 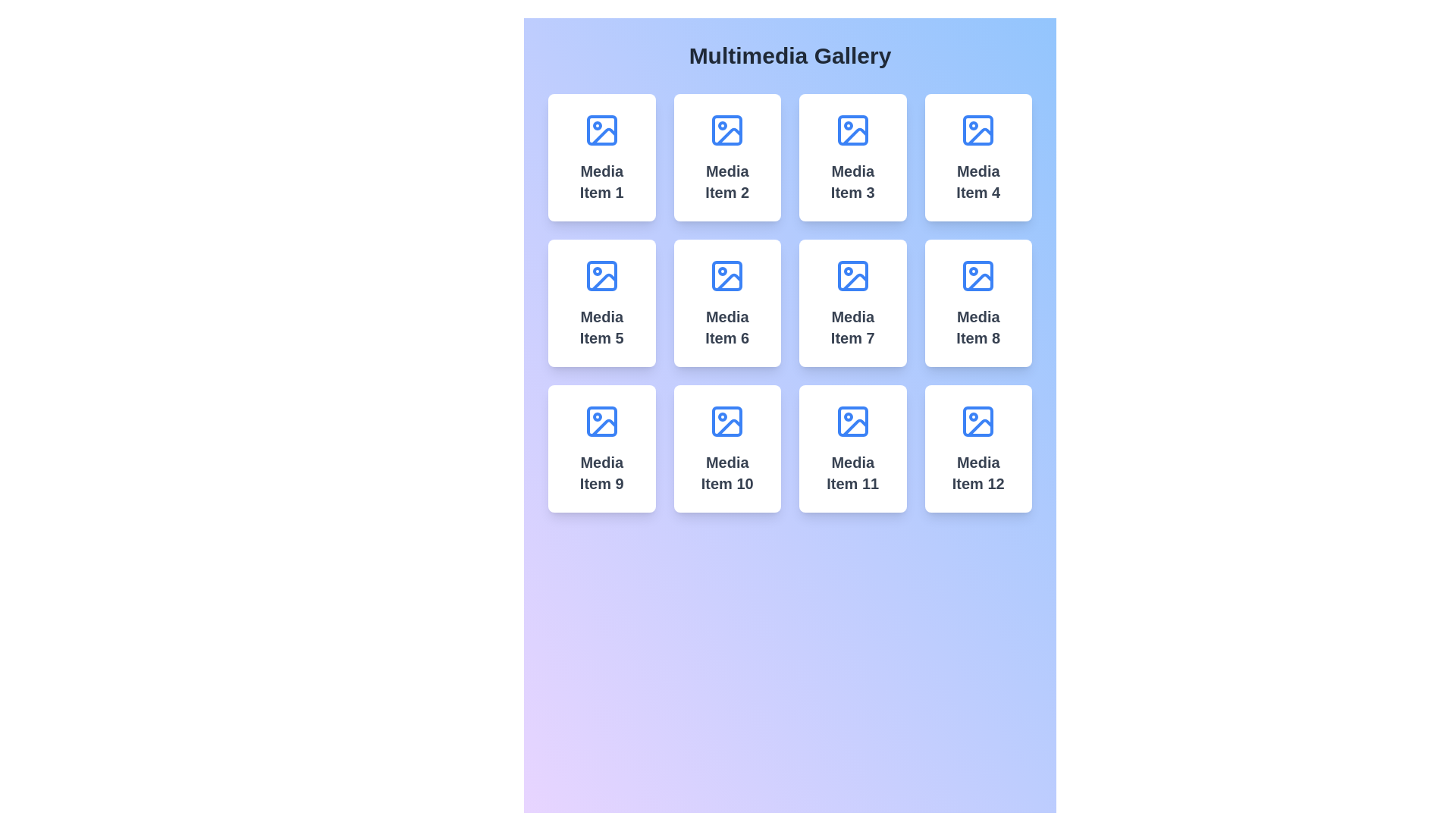 What do you see at coordinates (726, 130) in the screenshot?
I see `the SVG icon representing 'Media Item 2' located at the top of the card in the multimedia gallery grid` at bounding box center [726, 130].